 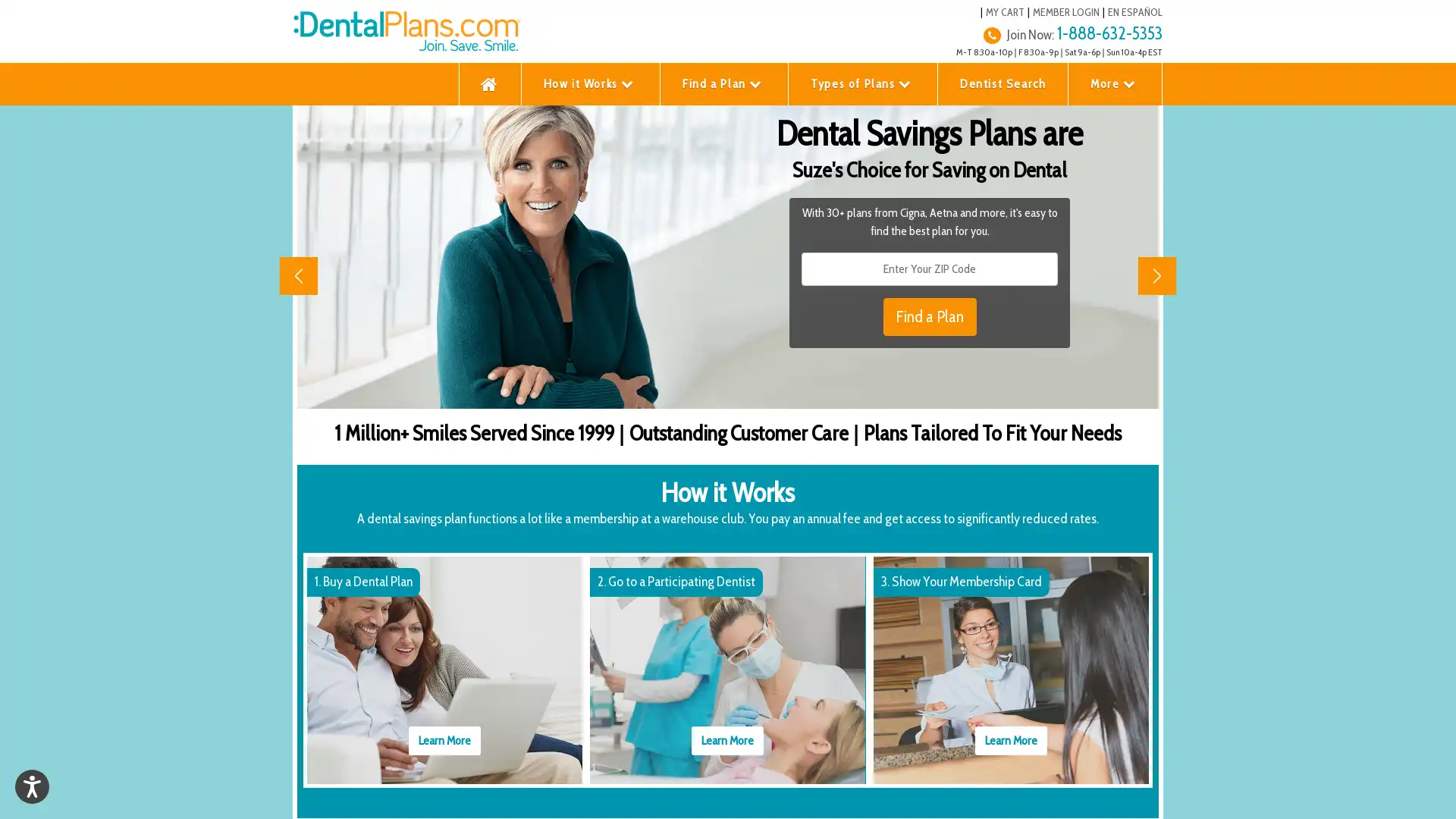 I want to click on Learn More, so click(x=1010, y=739).